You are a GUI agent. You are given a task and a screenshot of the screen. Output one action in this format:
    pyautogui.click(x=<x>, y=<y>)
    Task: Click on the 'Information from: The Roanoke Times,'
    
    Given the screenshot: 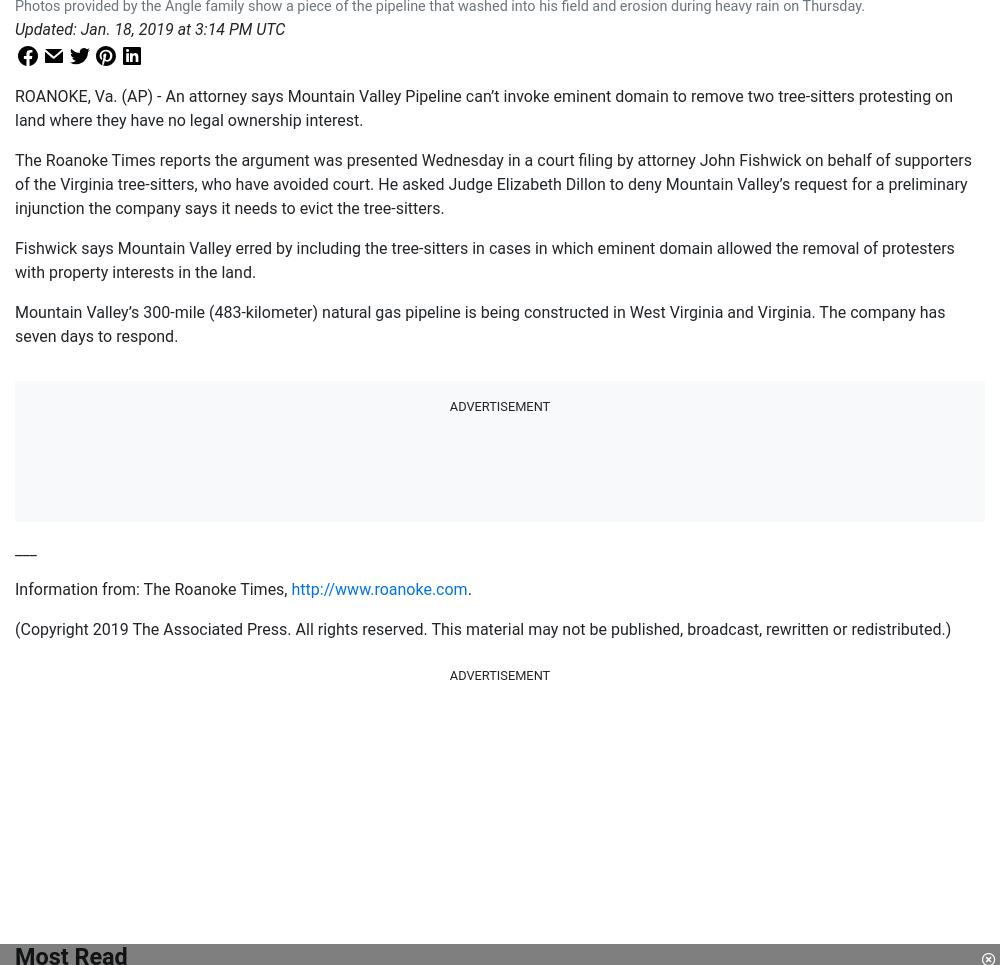 What is the action you would take?
    pyautogui.click(x=153, y=589)
    